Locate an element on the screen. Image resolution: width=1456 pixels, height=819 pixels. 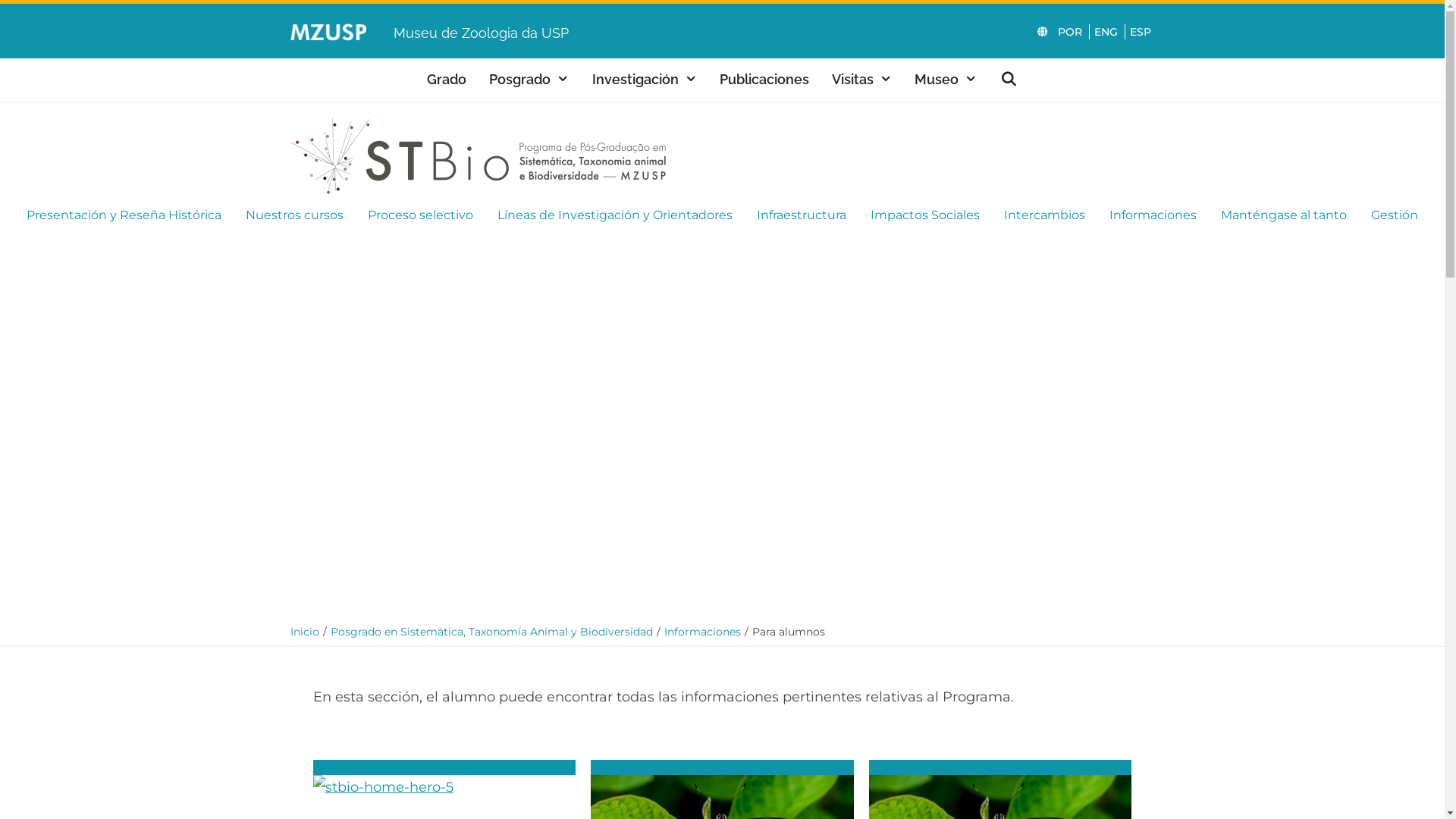
'ENG' is located at coordinates (1105, 32).